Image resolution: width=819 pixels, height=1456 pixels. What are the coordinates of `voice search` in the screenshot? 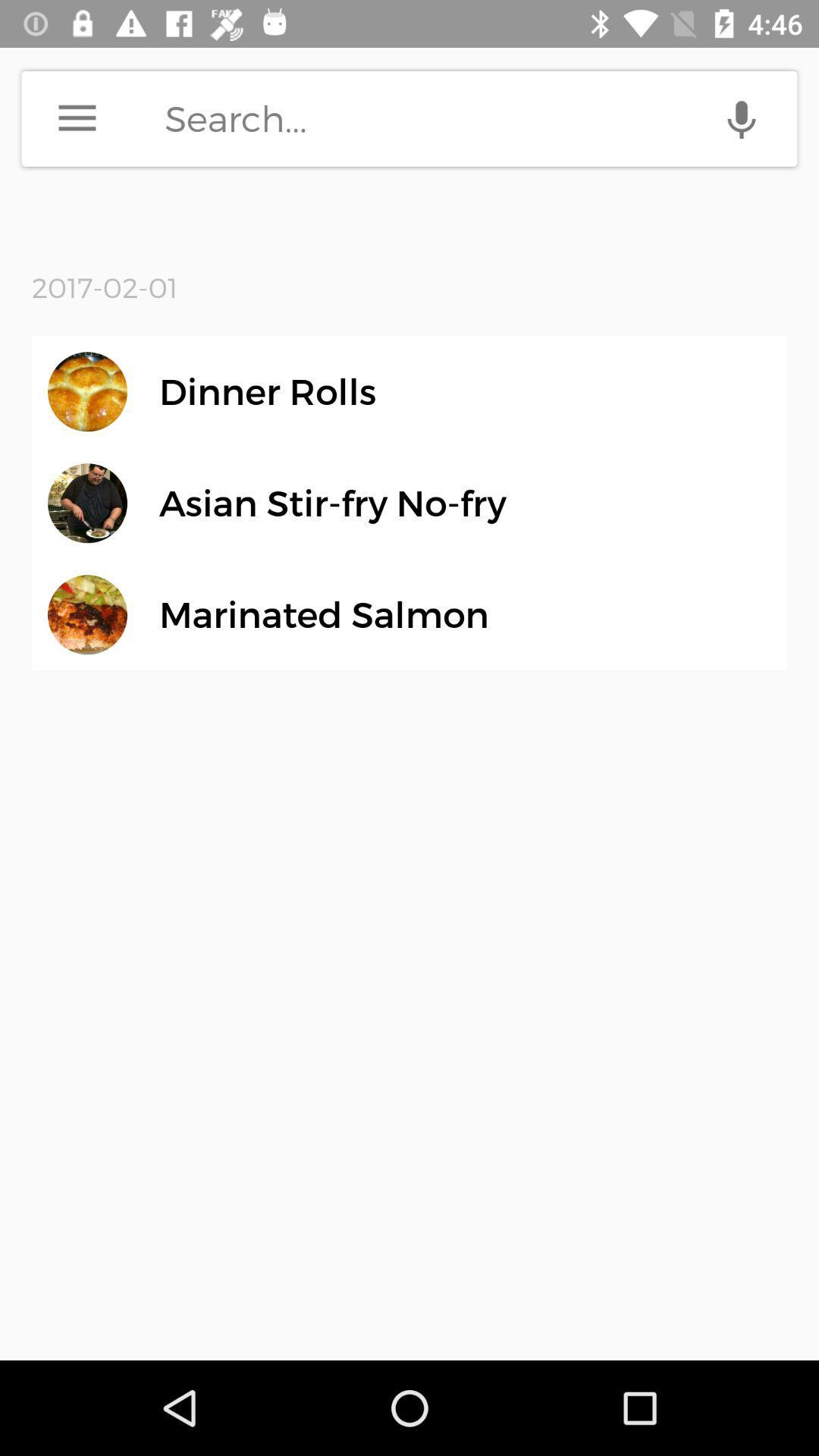 It's located at (741, 118).